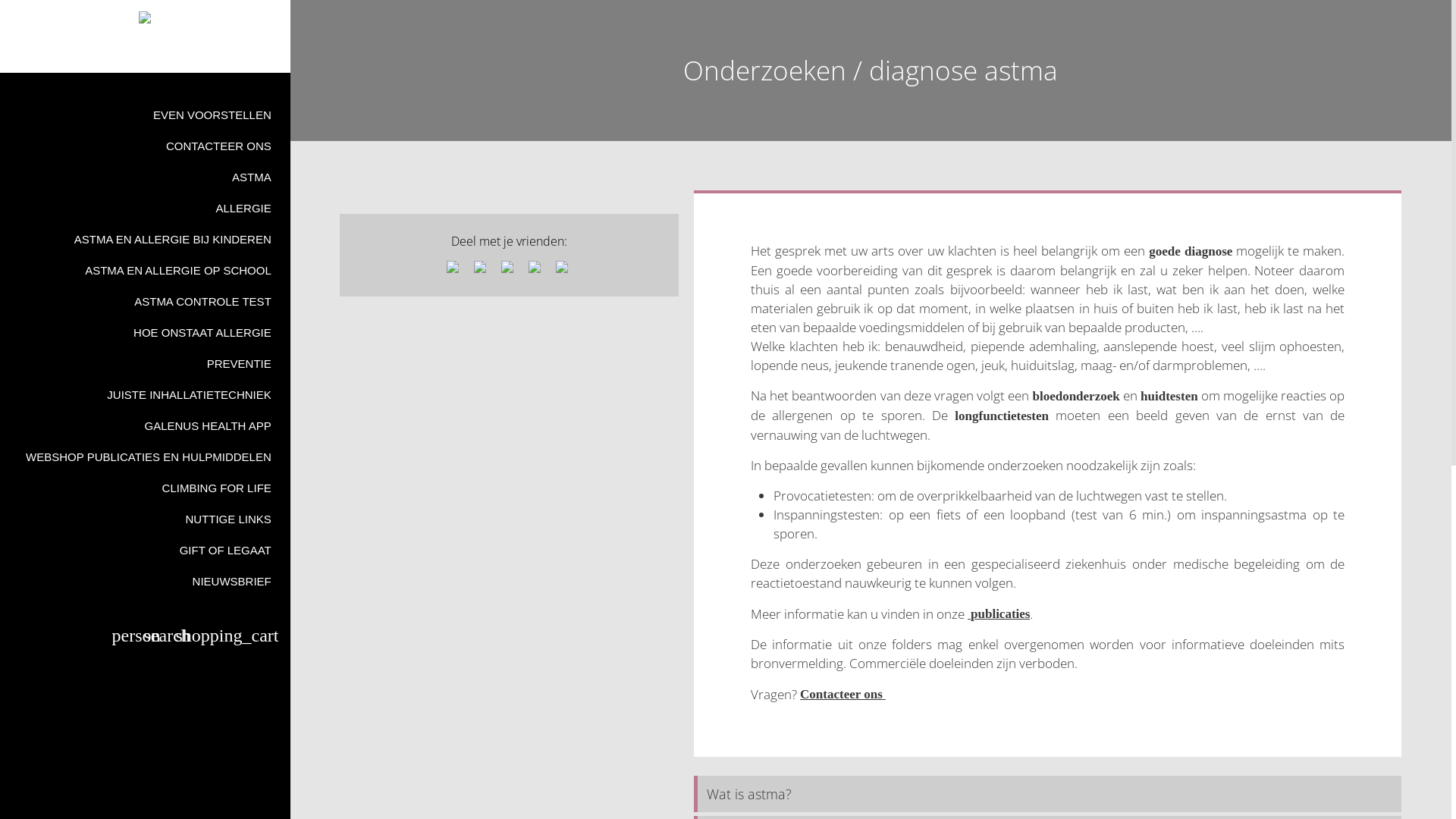 This screenshot has width=1456, height=819. I want to click on 'Astma en Allergiekoepel vzw Facebook', so click(137, 52).